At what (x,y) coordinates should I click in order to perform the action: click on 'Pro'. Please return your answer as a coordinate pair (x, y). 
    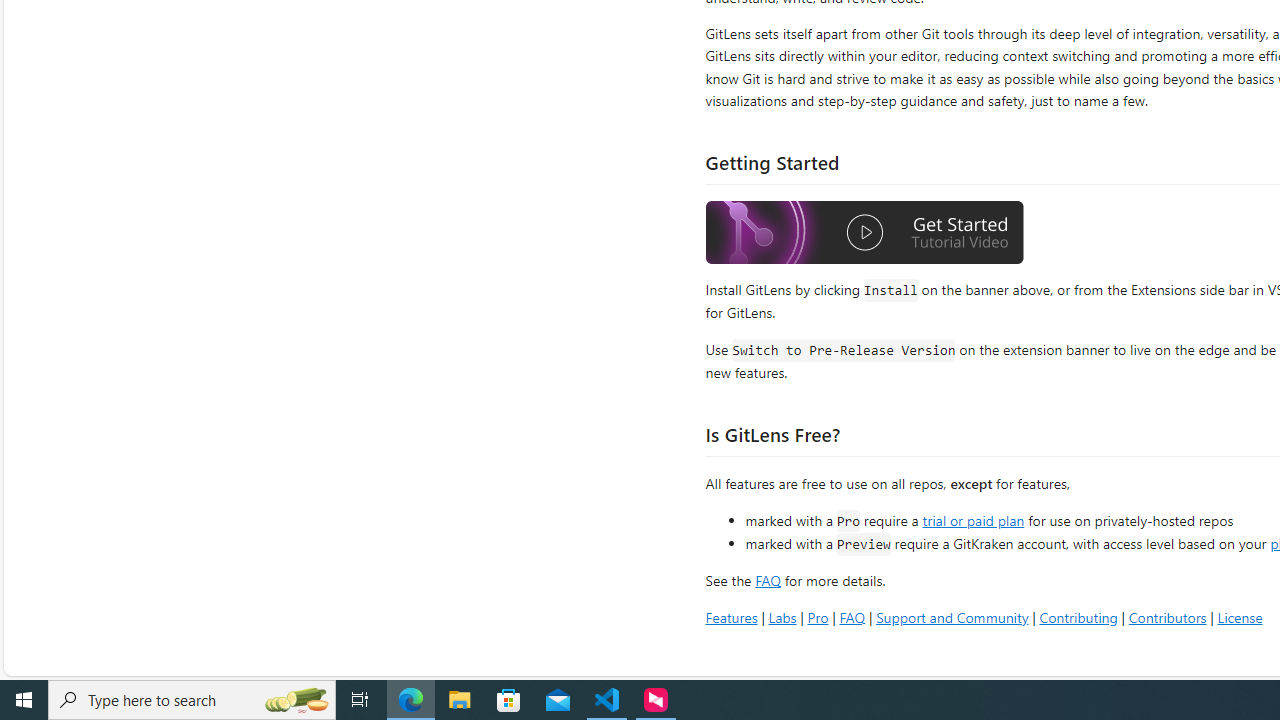
    Looking at the image, I should click on (817, 616).